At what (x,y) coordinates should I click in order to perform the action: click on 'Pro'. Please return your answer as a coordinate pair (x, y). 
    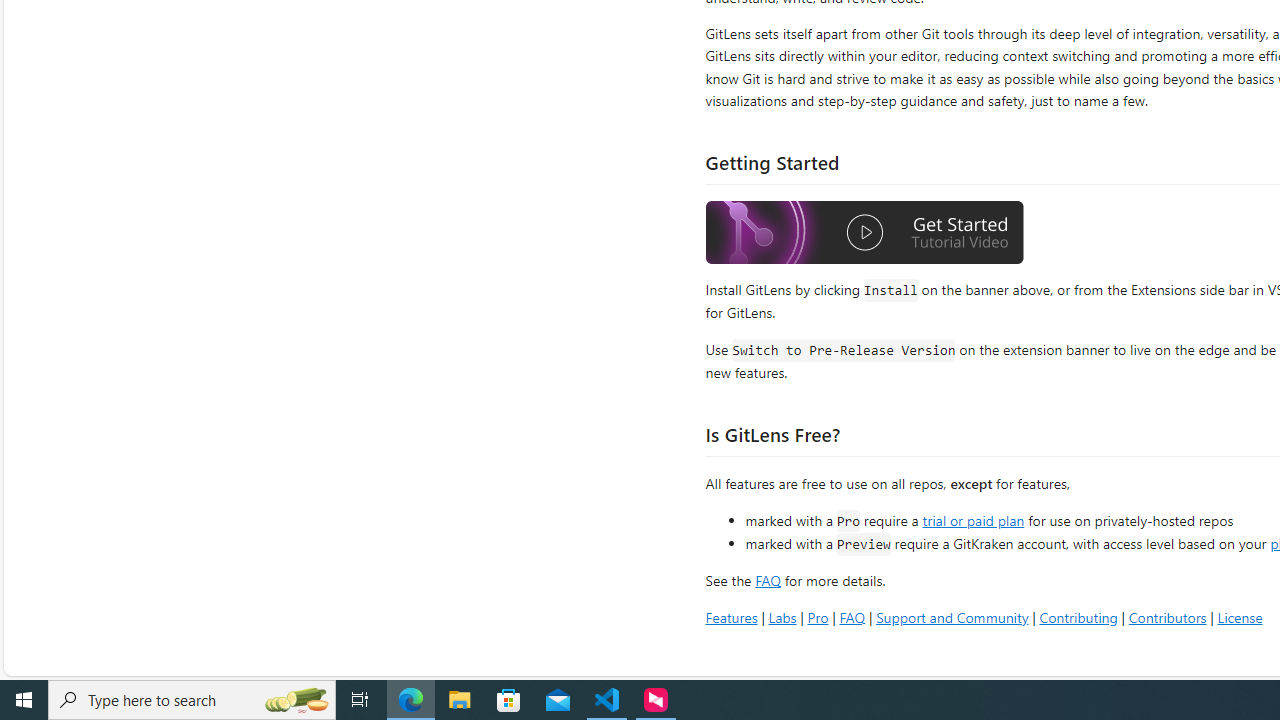
    Looking at the image, I should click on (817, 616).